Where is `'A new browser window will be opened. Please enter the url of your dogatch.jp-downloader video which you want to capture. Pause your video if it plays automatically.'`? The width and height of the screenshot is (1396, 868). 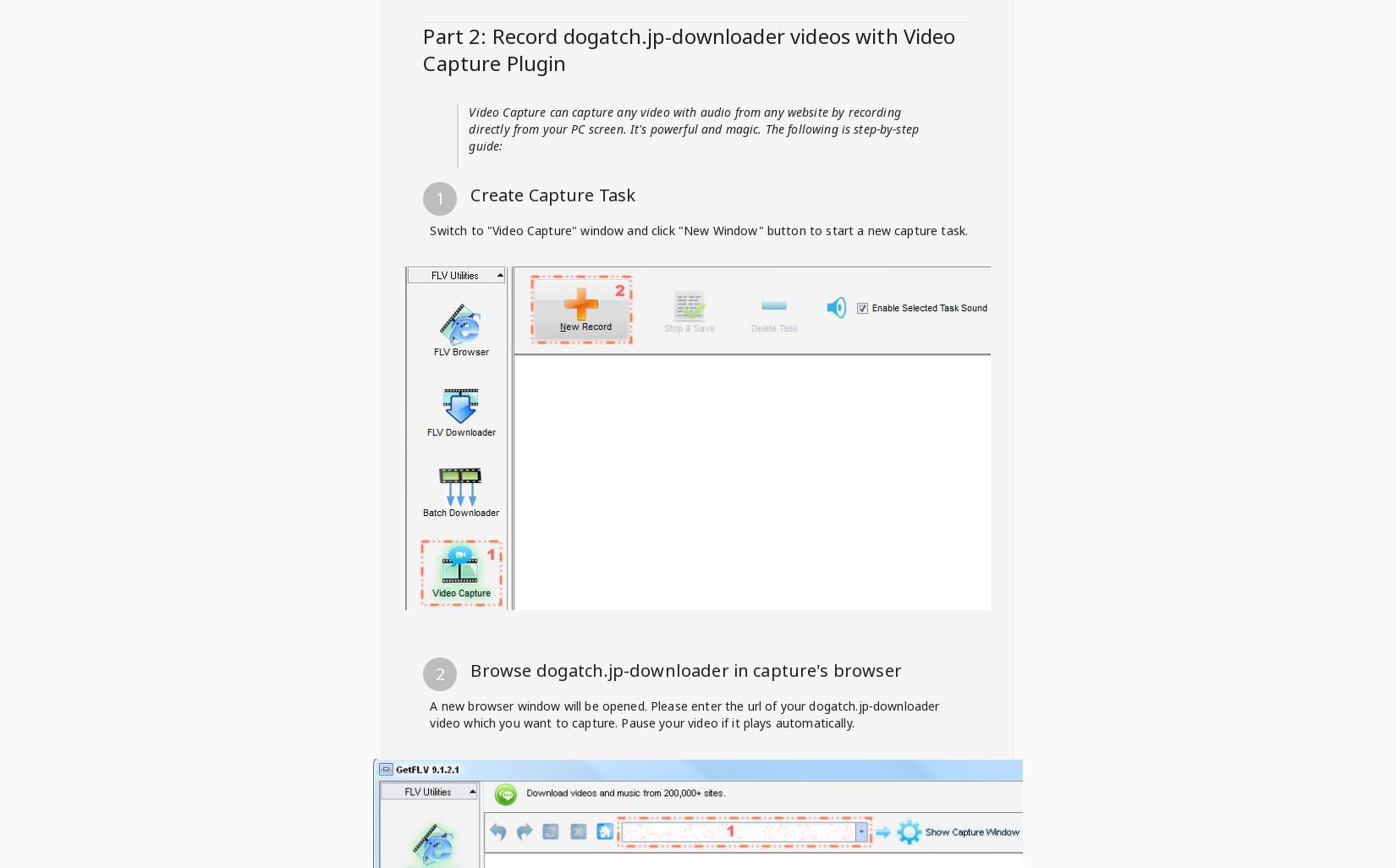 'A new browser window will be opened. Please enter the url of your dogatch.jp-downloader video which you want to capture. Pause your video if it plays automatically.' is located at coordinates (429, 713).